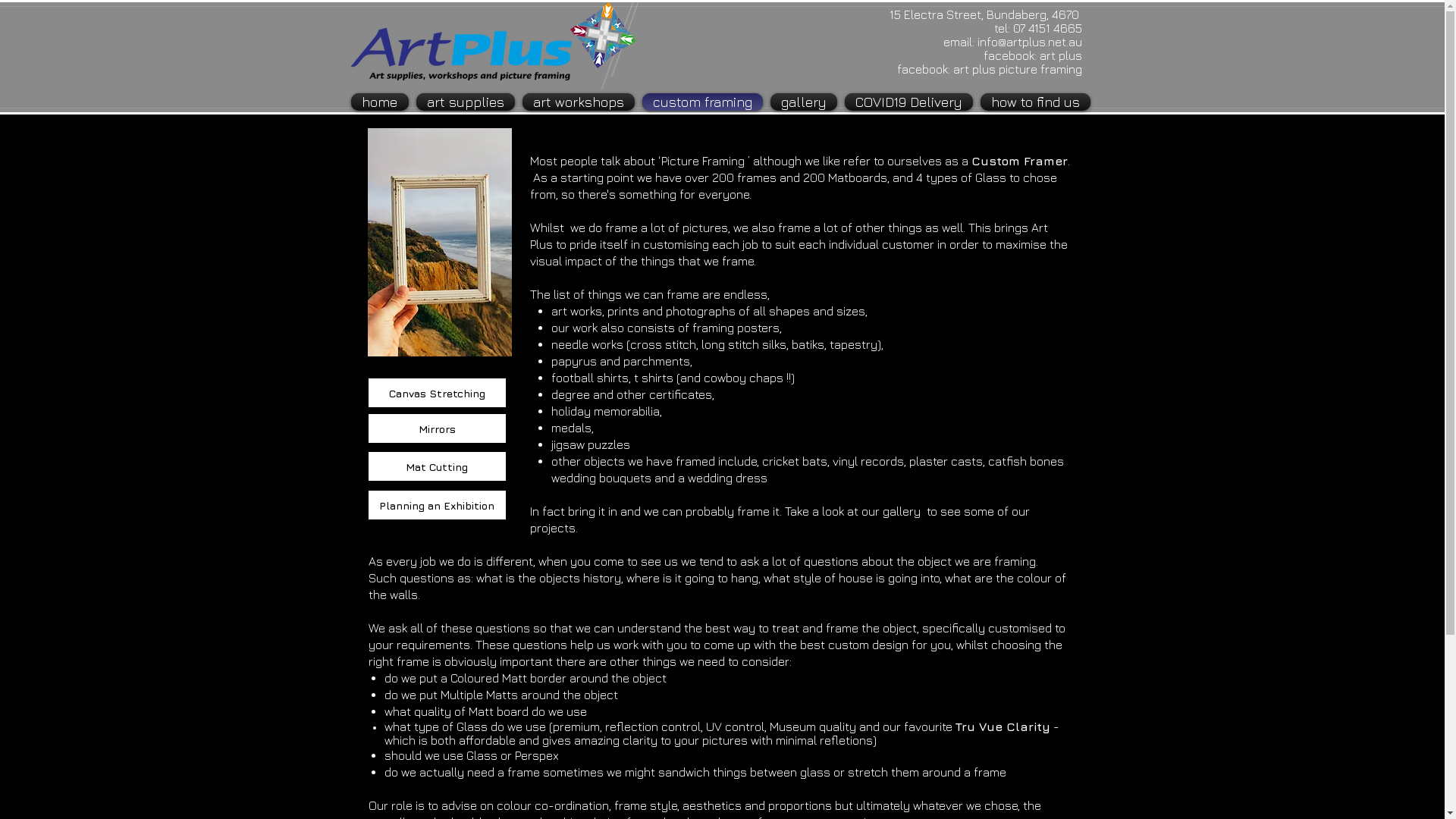 The image size is (1456, 819). Describe the element at coordinates (1033, 102) in the screenshot. I see `'how to find us'` at that location.